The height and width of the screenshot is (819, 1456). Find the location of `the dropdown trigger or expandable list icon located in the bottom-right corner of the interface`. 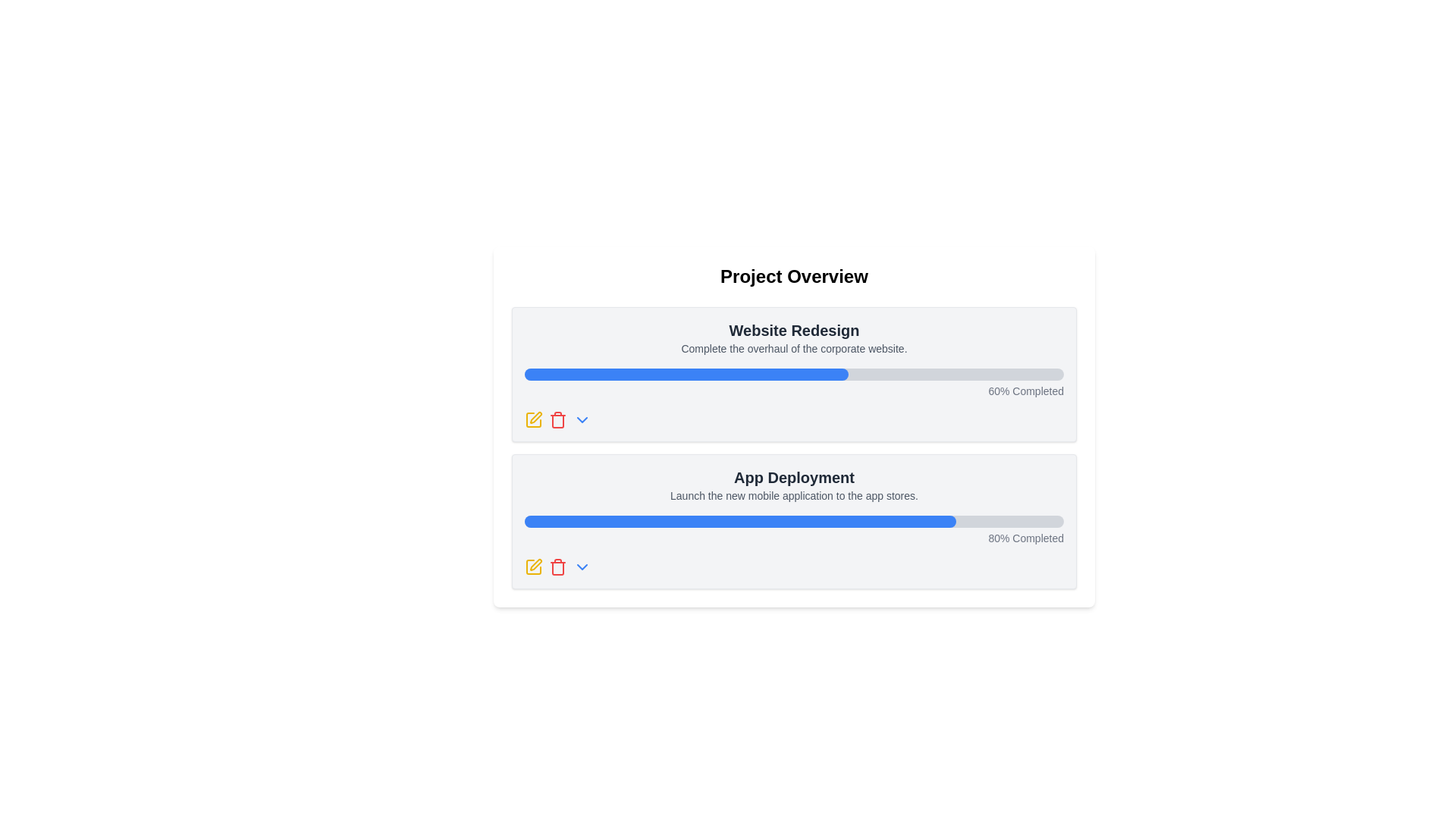

the dropdown trigger or expandable list icon located in the bottom-right corner of the interface is located at coordinates (582, 567).